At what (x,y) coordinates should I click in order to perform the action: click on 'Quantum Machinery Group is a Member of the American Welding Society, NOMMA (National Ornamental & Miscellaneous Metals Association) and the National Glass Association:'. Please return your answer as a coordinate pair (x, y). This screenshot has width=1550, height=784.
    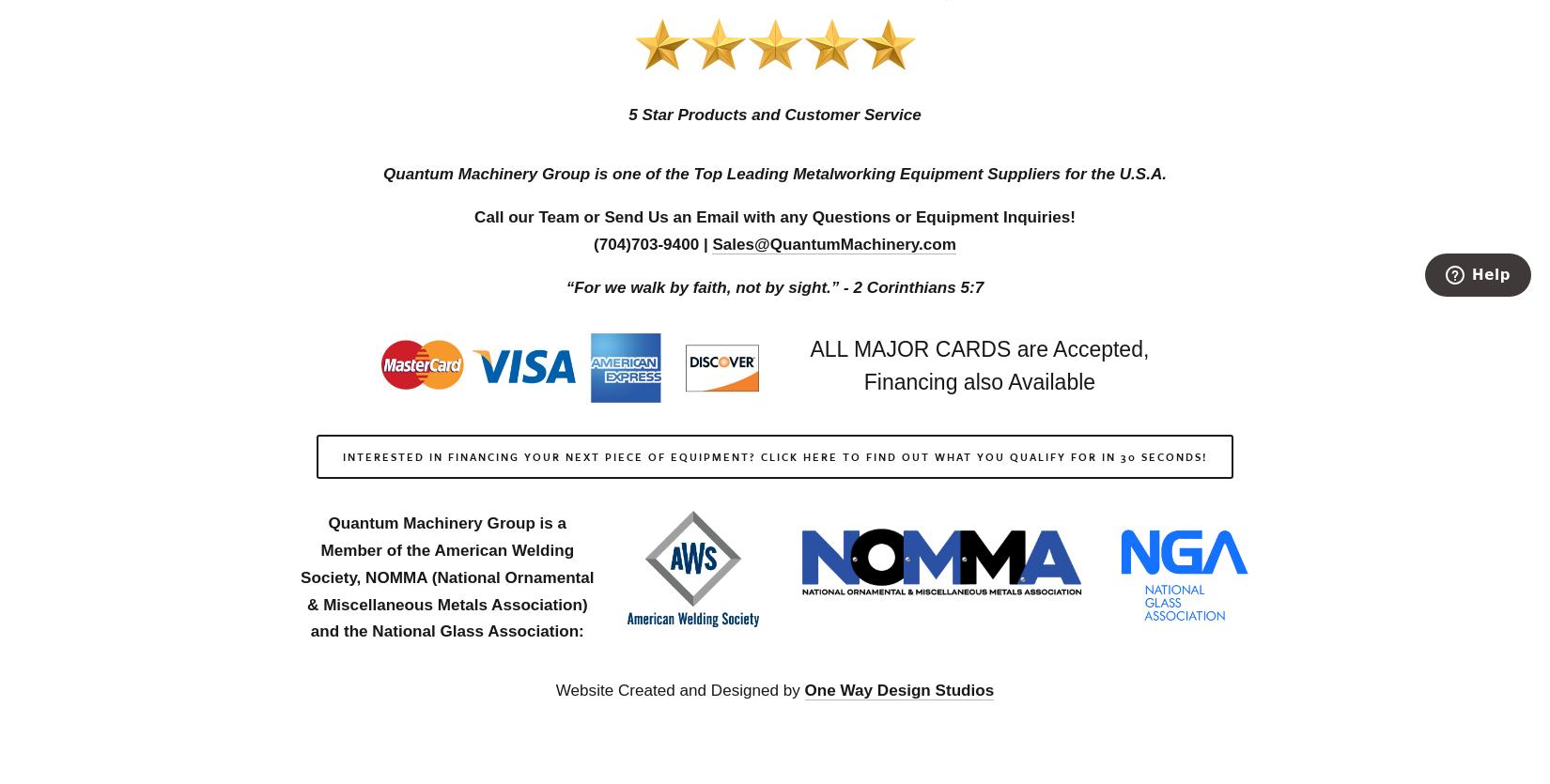
    Looking at the image, I should click on (448, 576).